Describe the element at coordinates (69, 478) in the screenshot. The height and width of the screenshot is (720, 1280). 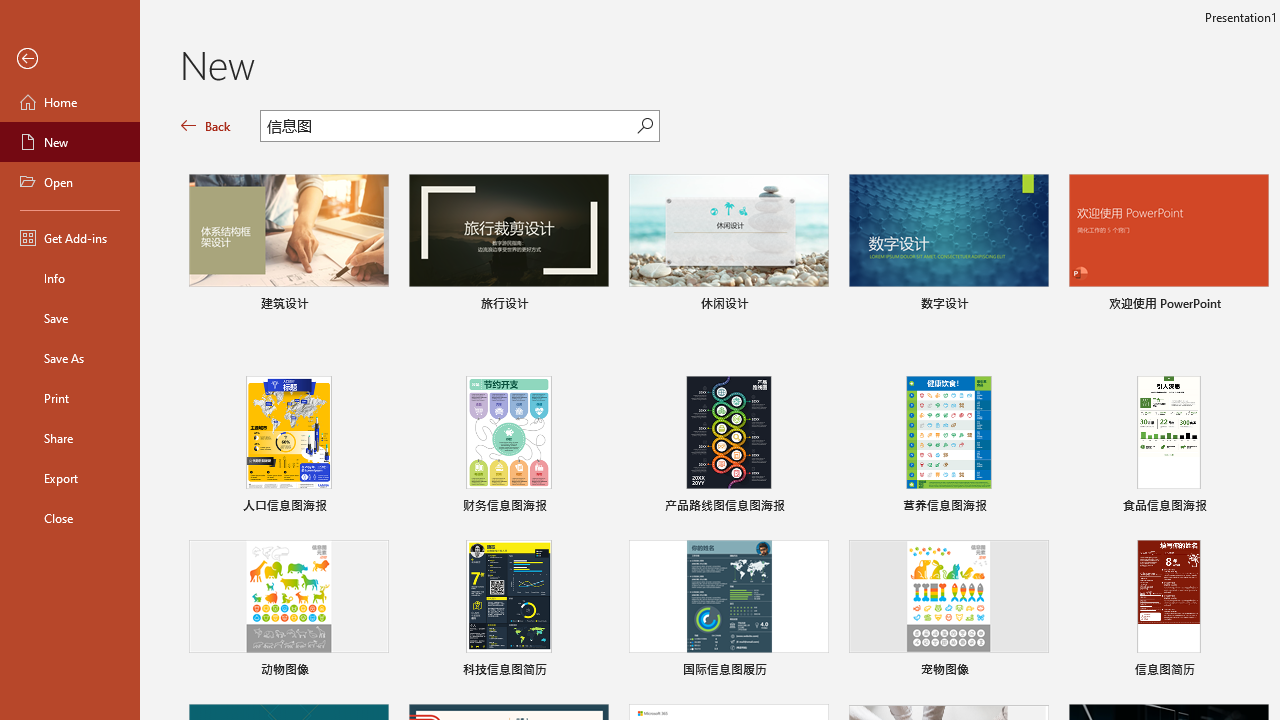
I see `'Export'` at that location.